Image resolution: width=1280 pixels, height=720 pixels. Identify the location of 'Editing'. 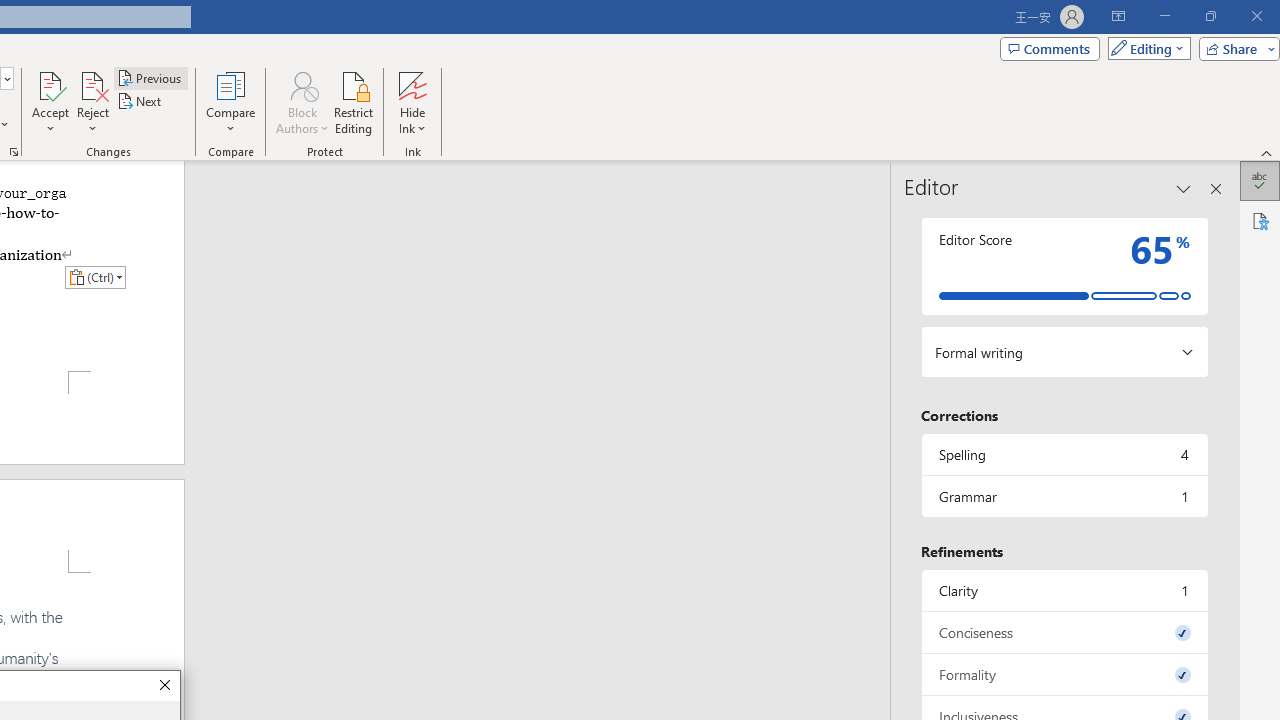
(1144, 47).